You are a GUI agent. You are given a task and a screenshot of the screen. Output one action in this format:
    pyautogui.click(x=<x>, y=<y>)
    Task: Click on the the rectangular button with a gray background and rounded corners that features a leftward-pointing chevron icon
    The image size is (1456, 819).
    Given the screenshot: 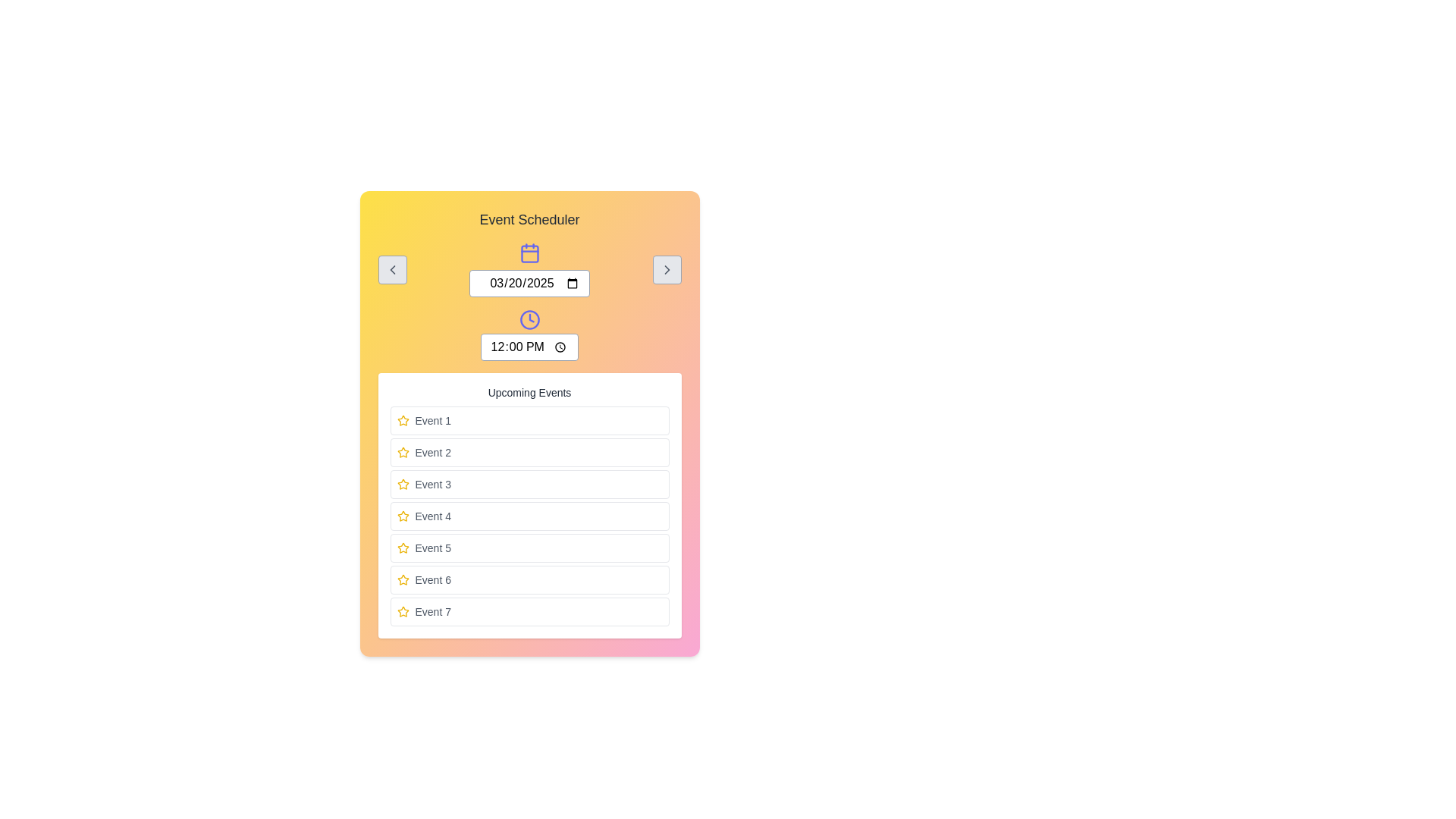 What is the action you would take?
    pyautogui.click(x=392, y=268)
    